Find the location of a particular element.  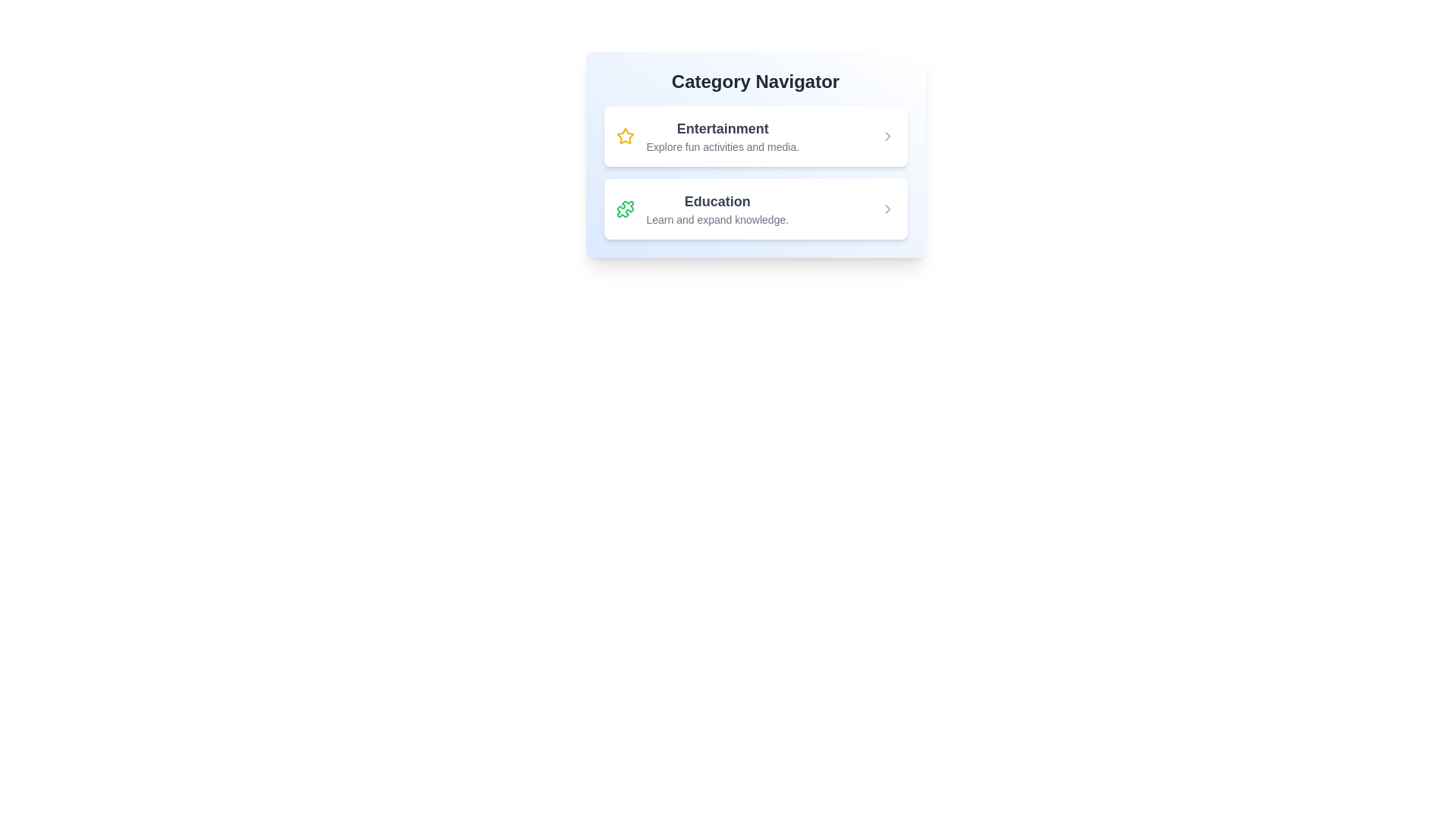

the first list item is located at coordinates (755, 136).